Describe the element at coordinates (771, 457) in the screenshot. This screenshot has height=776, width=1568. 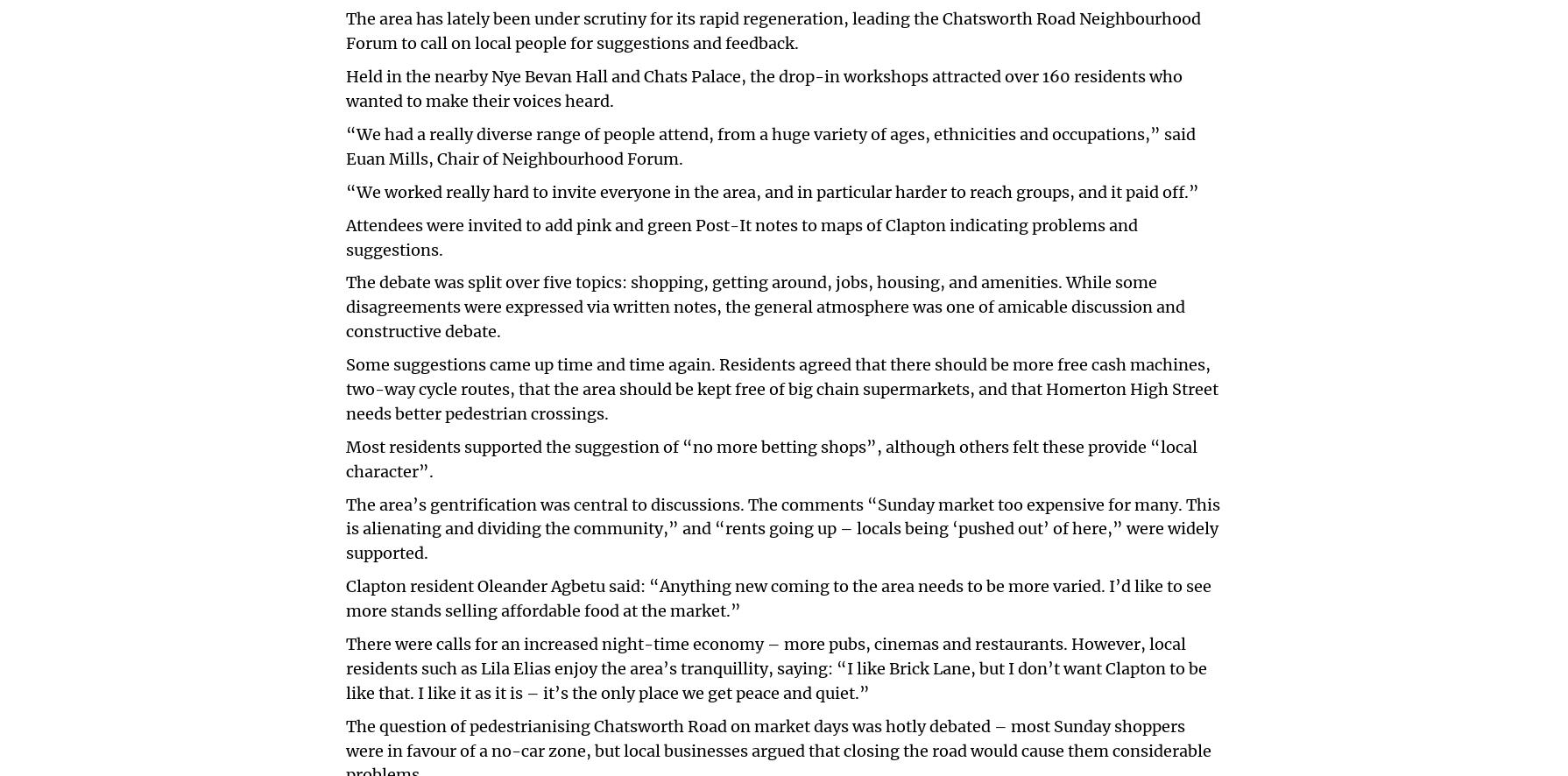
I see `'Most residents supported the suggestion of “no more betting shops”, although others felt these provide “local character”.'` at that location.